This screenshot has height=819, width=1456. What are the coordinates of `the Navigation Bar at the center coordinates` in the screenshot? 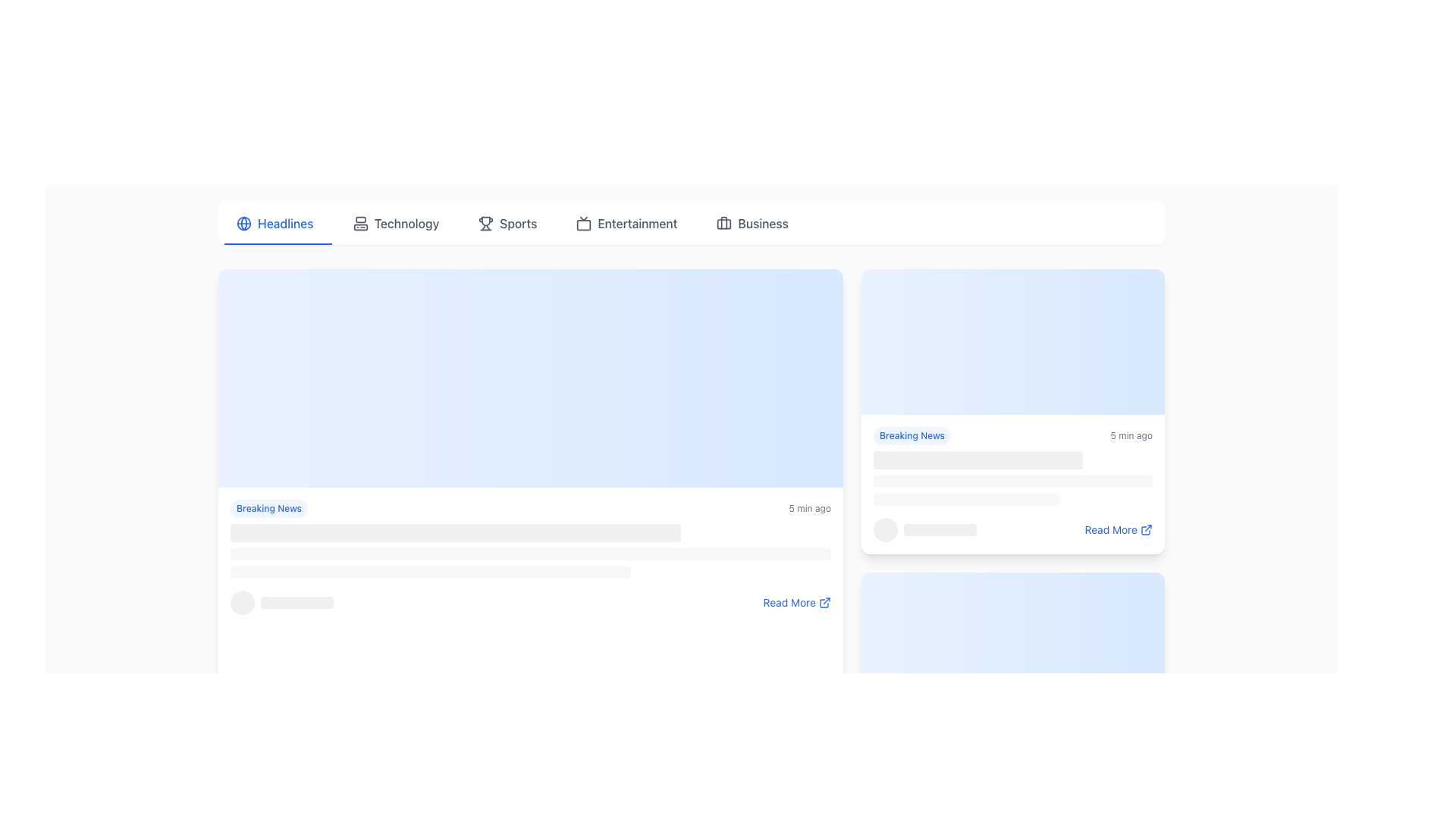 It's located at (691, 223).